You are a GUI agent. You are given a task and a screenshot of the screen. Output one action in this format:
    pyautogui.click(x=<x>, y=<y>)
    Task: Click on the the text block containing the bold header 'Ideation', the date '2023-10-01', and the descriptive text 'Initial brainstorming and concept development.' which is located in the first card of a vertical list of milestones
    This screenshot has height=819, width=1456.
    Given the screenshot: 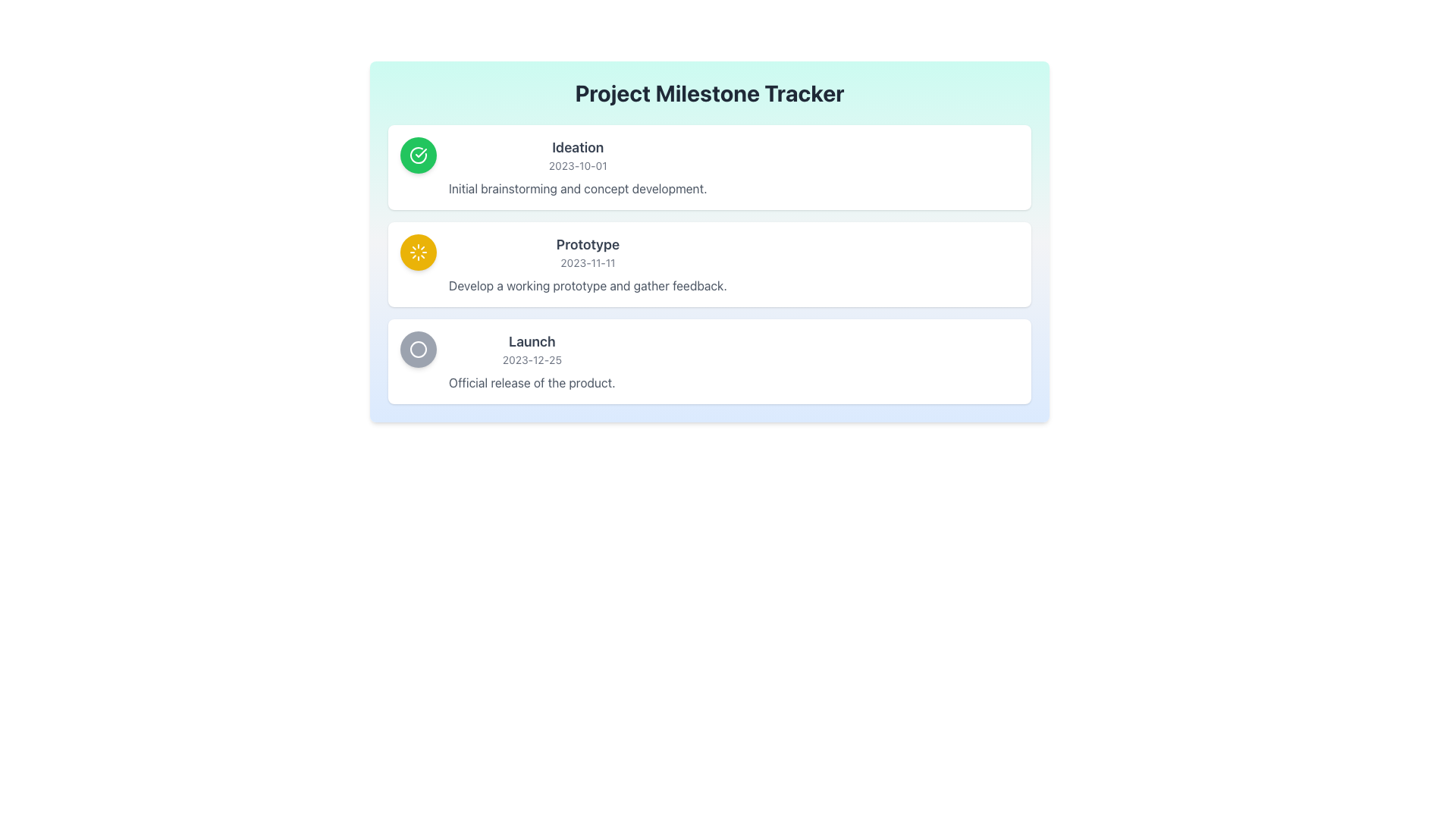 What is the action you would take?
    pyautogui.click(x=577, y=167)
    